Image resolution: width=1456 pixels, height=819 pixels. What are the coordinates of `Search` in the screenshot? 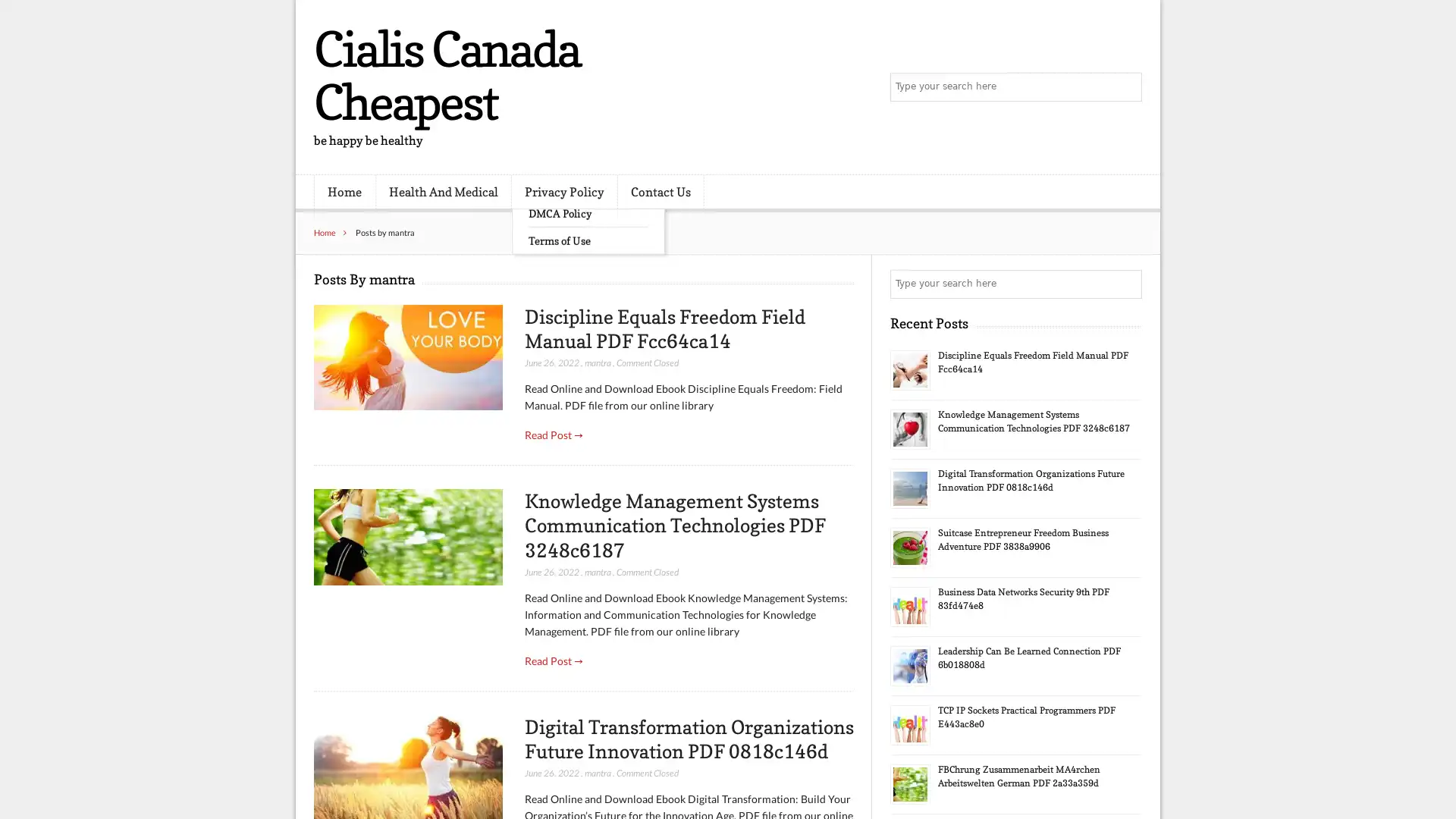 It's located at (1126, 87).